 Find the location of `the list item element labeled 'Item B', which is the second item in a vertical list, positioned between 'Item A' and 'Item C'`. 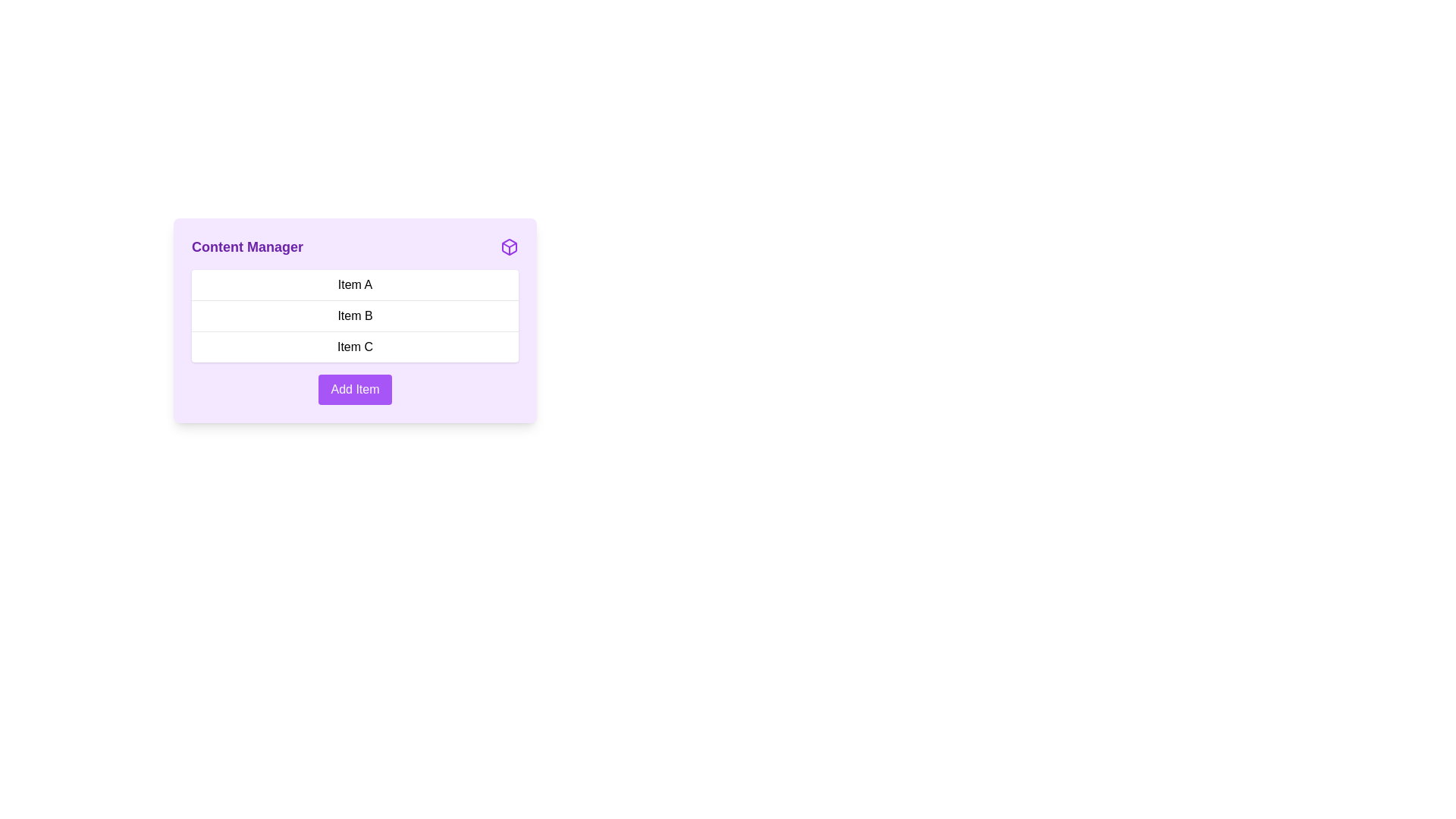

the list item element labeled 'Item B', which is the second item in a vertical list, positioned between 'Item A' and 'Item C' is located at coordinates (354, 315).